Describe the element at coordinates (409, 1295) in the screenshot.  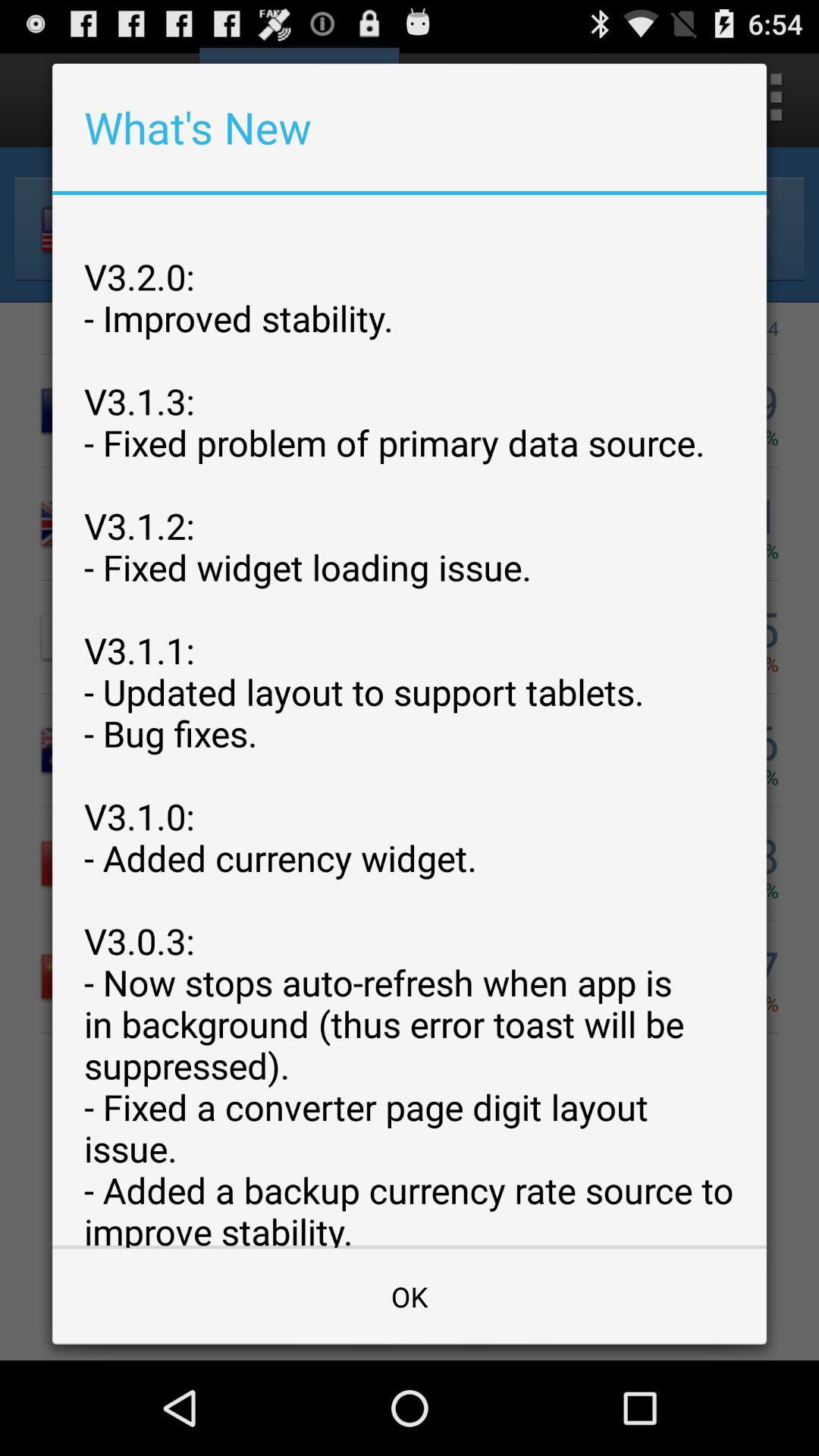
I see `the ok at the bottom` at that location.